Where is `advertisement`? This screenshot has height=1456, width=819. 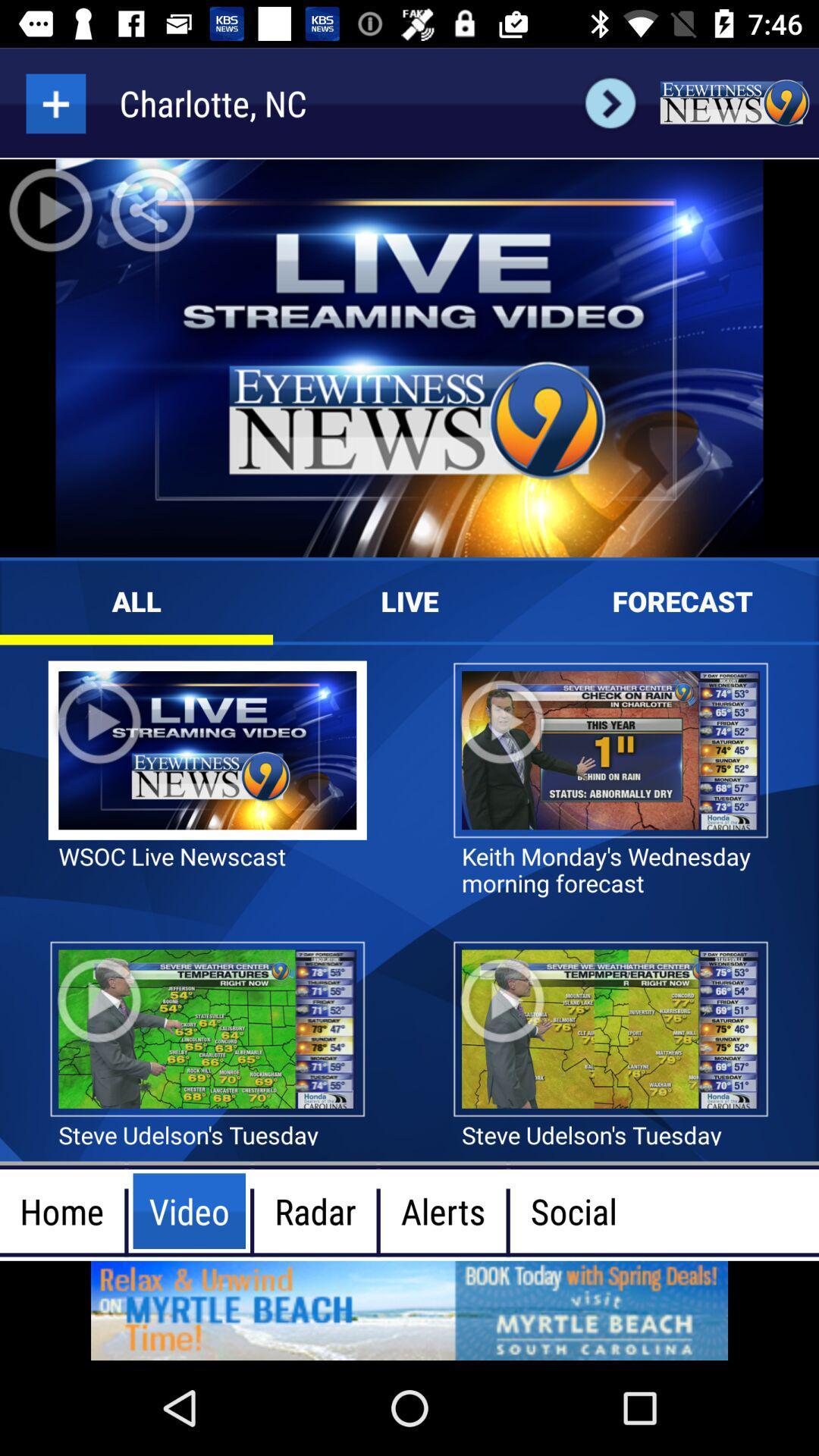
advertisement is located at coordinates (409, 1310).